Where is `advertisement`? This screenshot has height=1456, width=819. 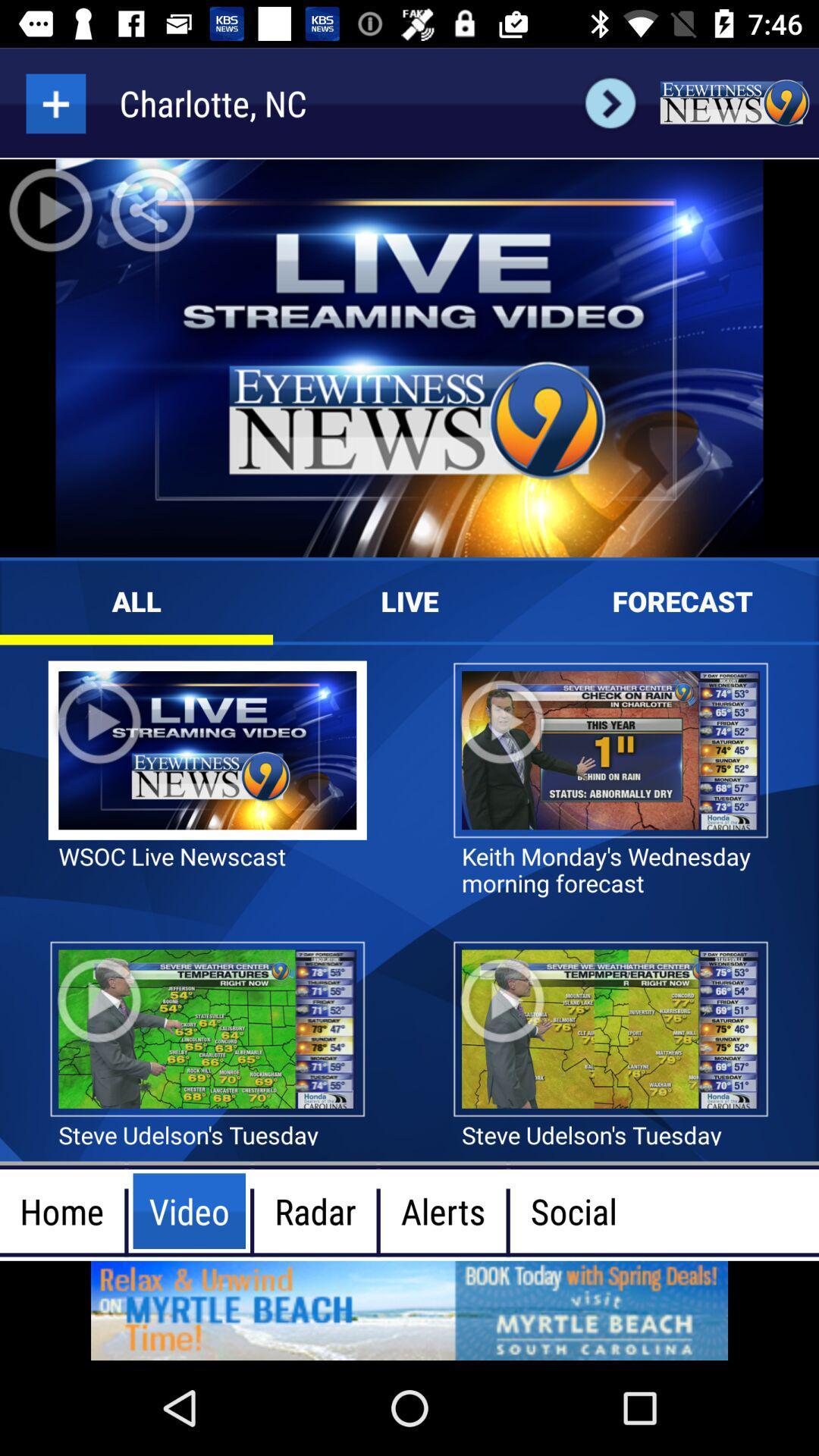
advertisement is located at coordinates (409, 1310).